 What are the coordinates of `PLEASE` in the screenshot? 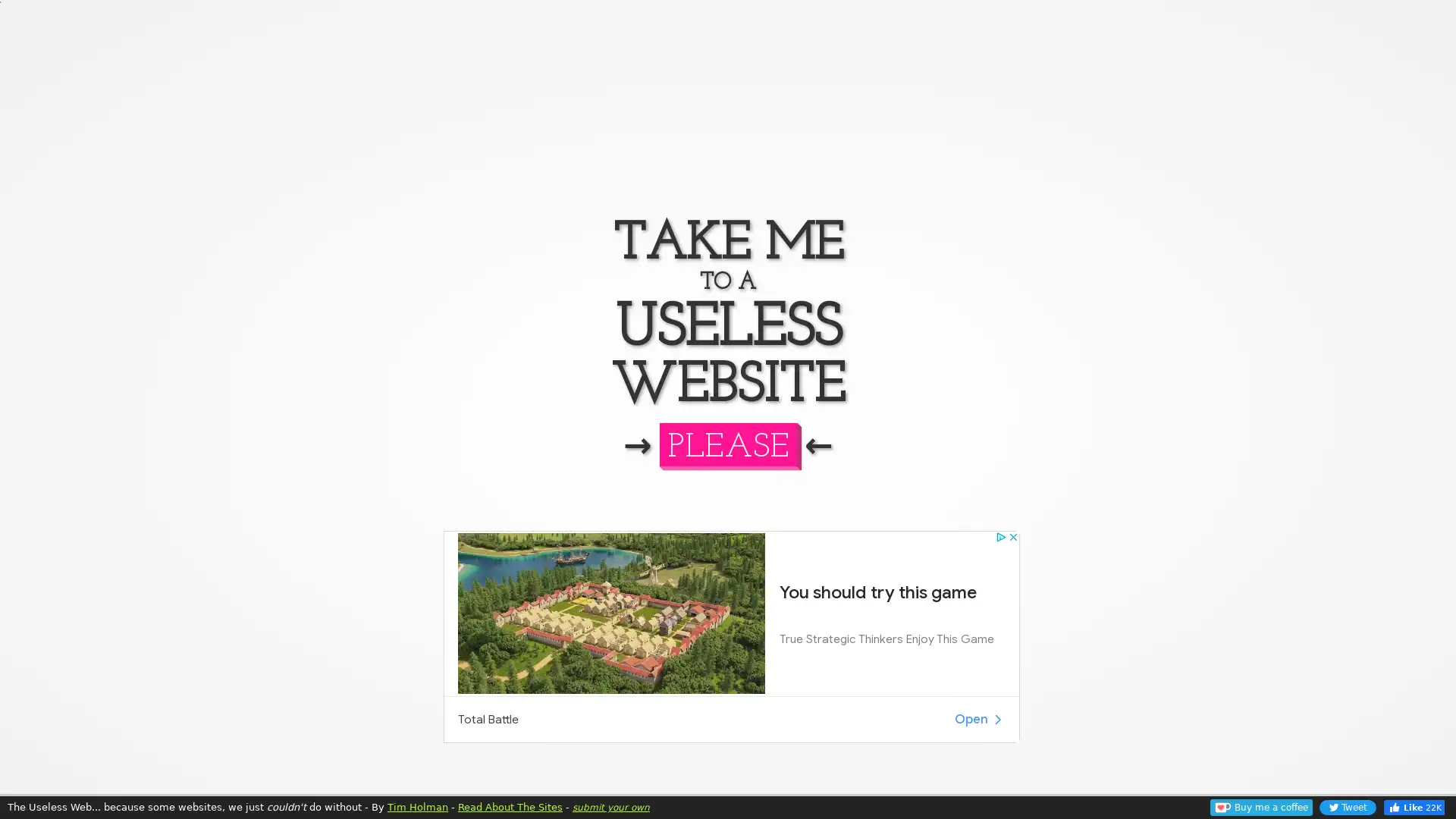 It's located at (726, 444).